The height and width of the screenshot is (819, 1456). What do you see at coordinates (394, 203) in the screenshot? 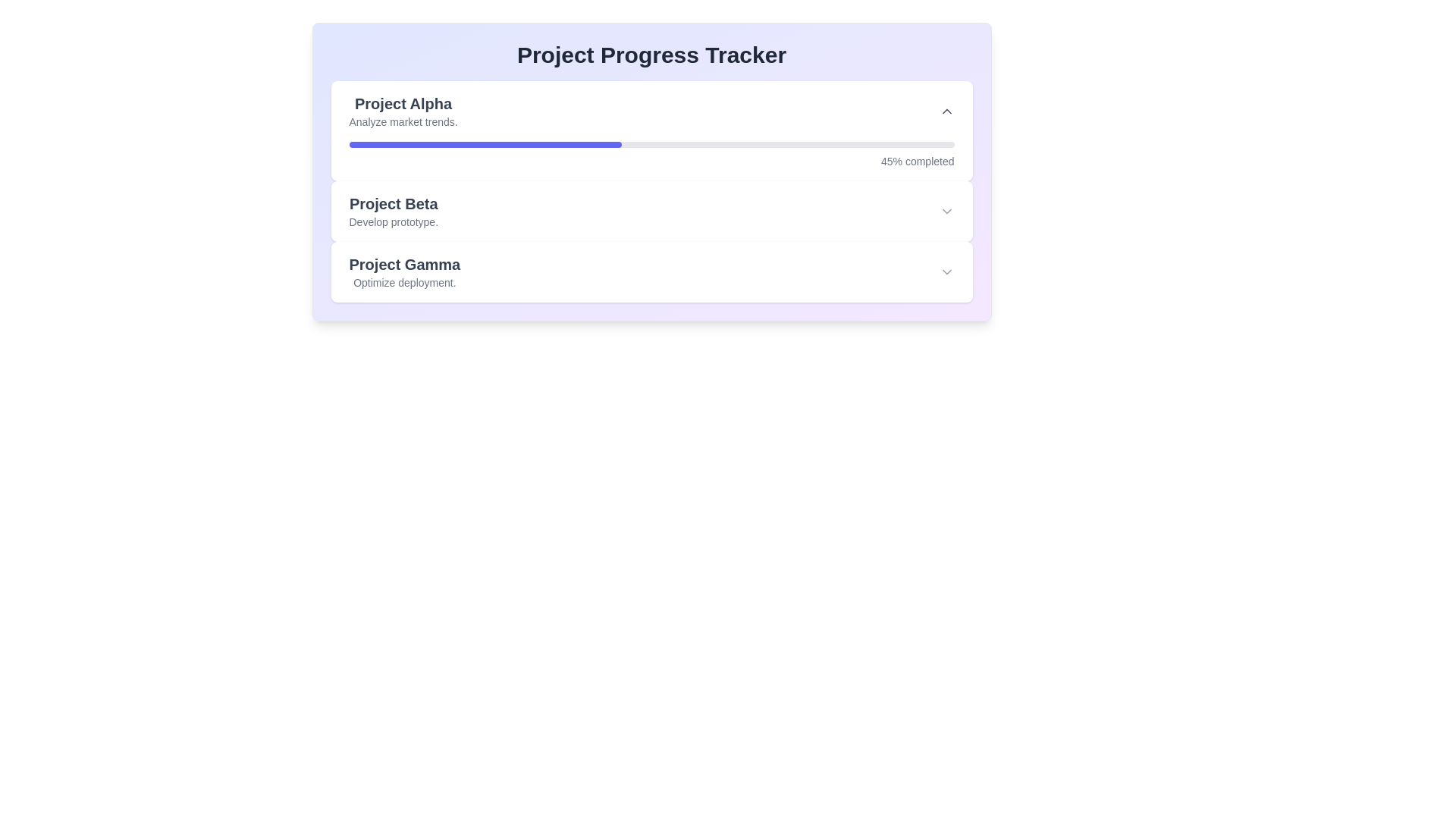
I see `the text label that reads 'Project Beta', which is styled in bold gray font and positioned between the 'Project Alpha' and 'Project Gamma' sections` at bounding box center [394, 203].